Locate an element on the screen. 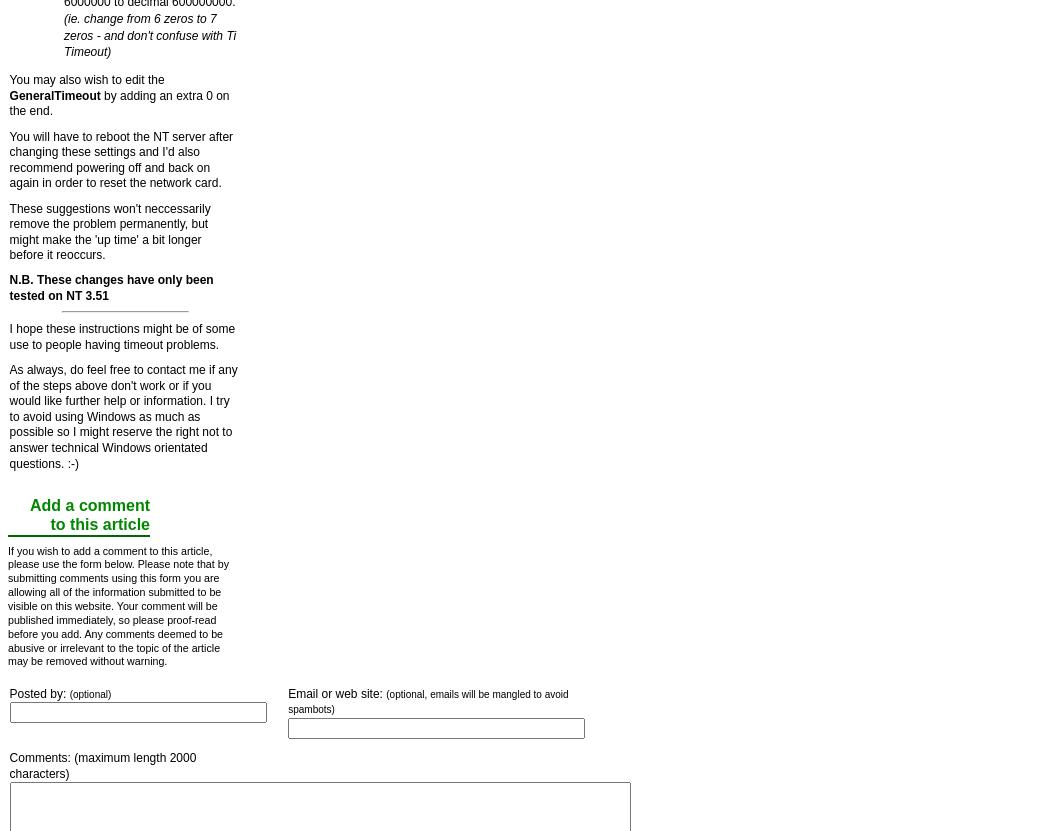 The image size is (1056, 831). 'by adding an extra 0 on the end.' is located at coordinates (118, 102).